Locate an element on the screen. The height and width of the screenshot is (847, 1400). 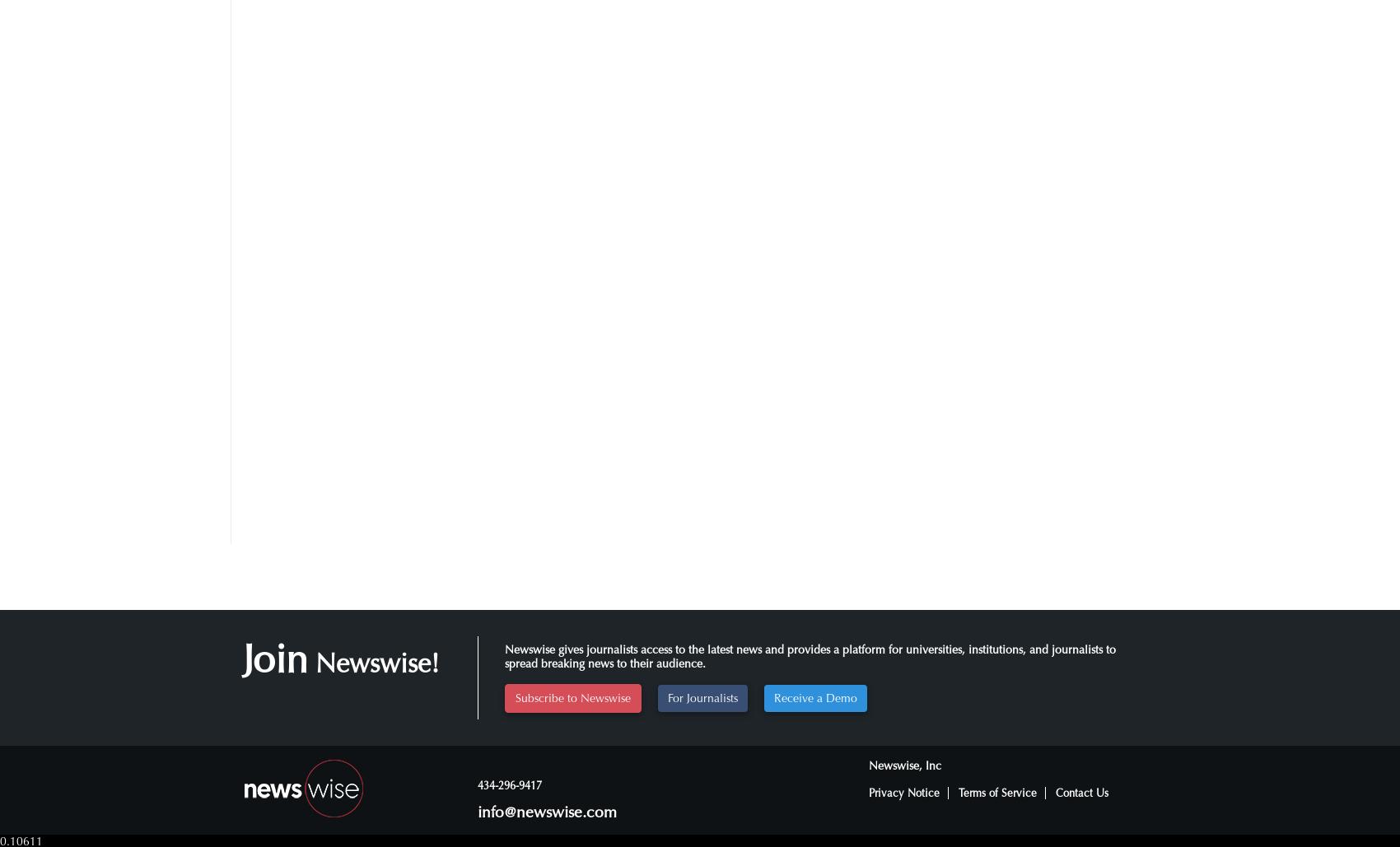
'Contact Us' is located at coordinates (1055, 791).